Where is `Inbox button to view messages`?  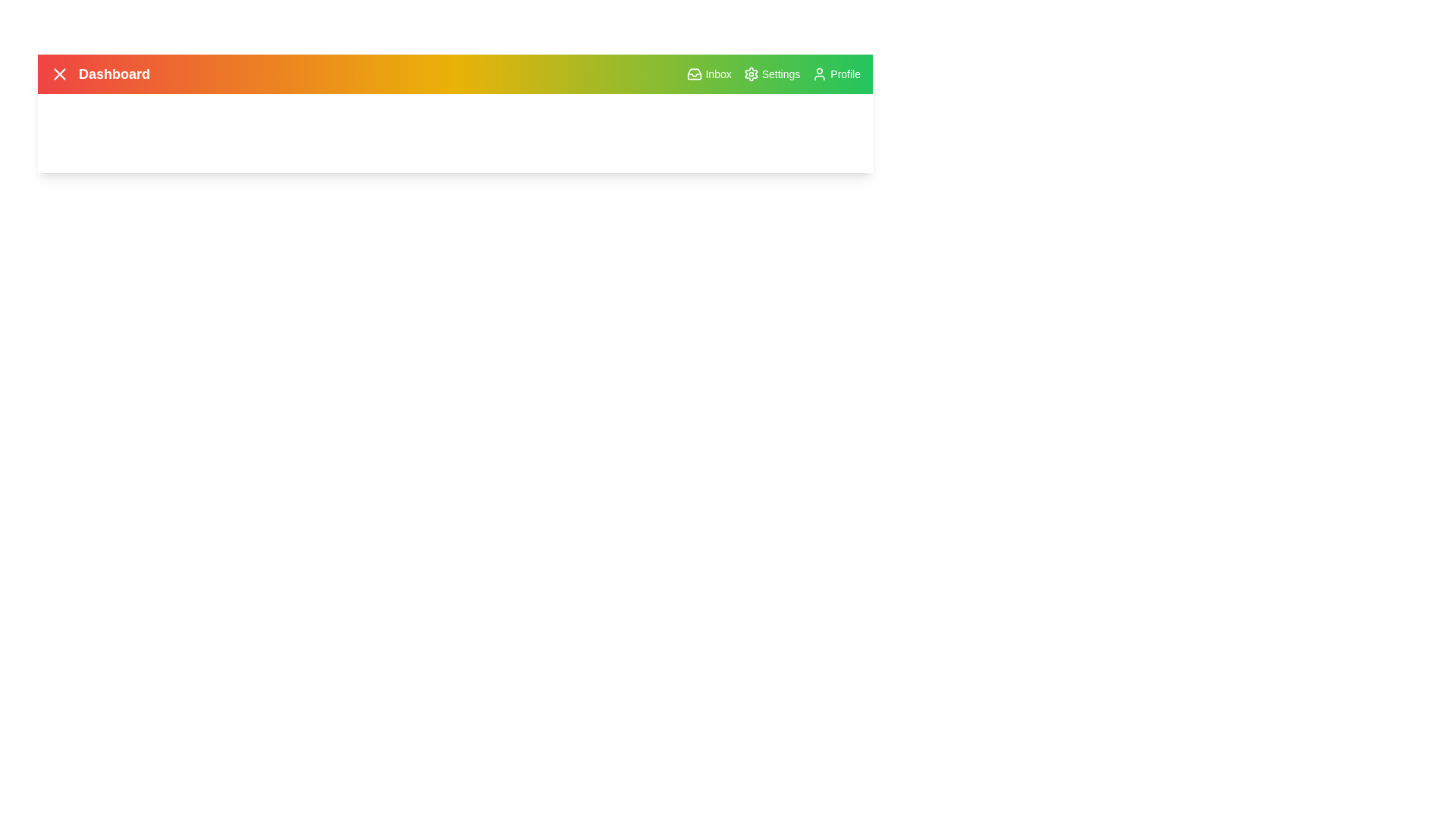 Inbox button to view messages is located at coordinates (708, 74).